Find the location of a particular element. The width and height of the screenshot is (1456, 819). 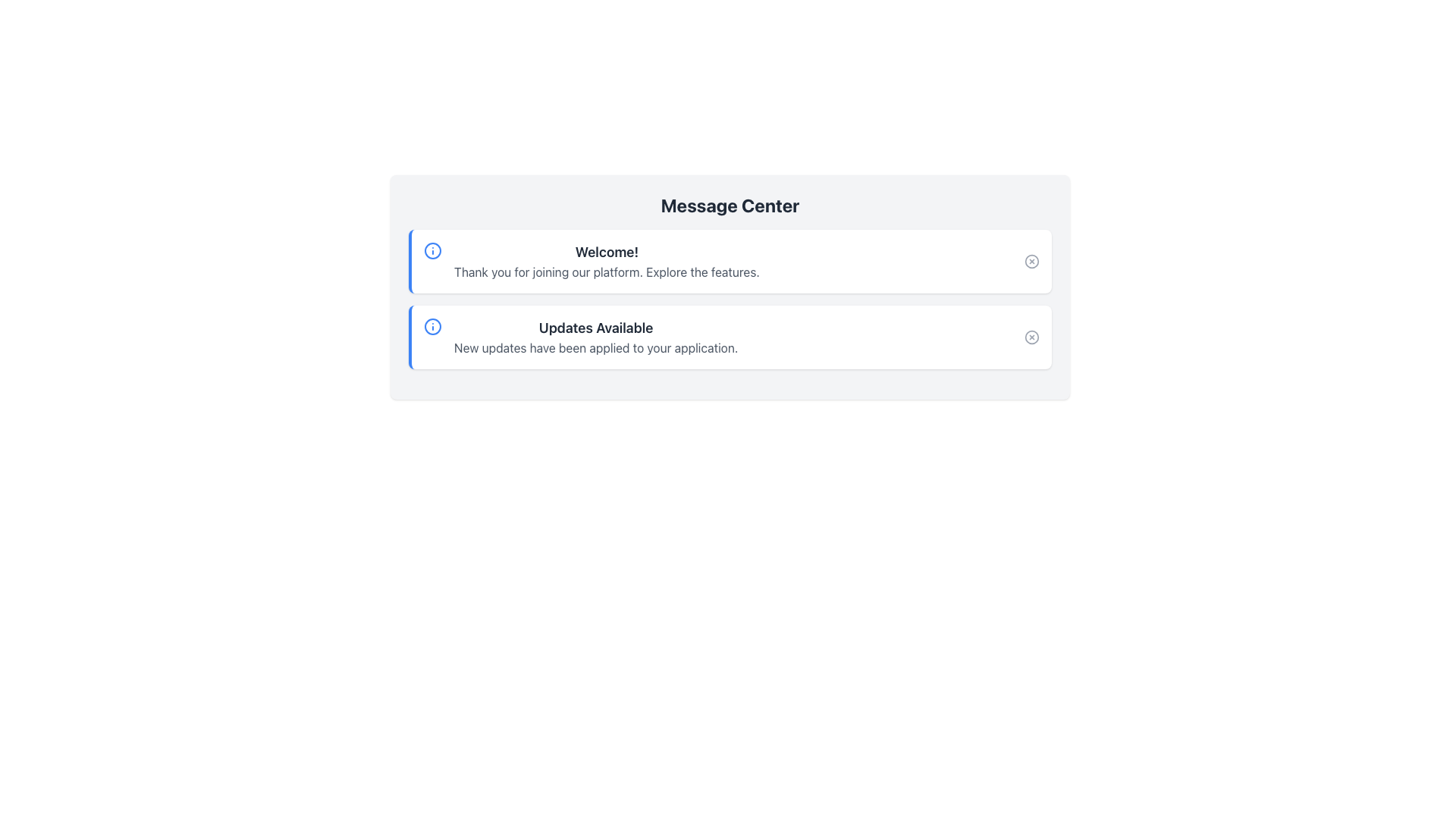

the graphical decoration or SVG circle located in the top-right corner of the first notification card, which is part of an icon element is located at coordinates (1031, 260).